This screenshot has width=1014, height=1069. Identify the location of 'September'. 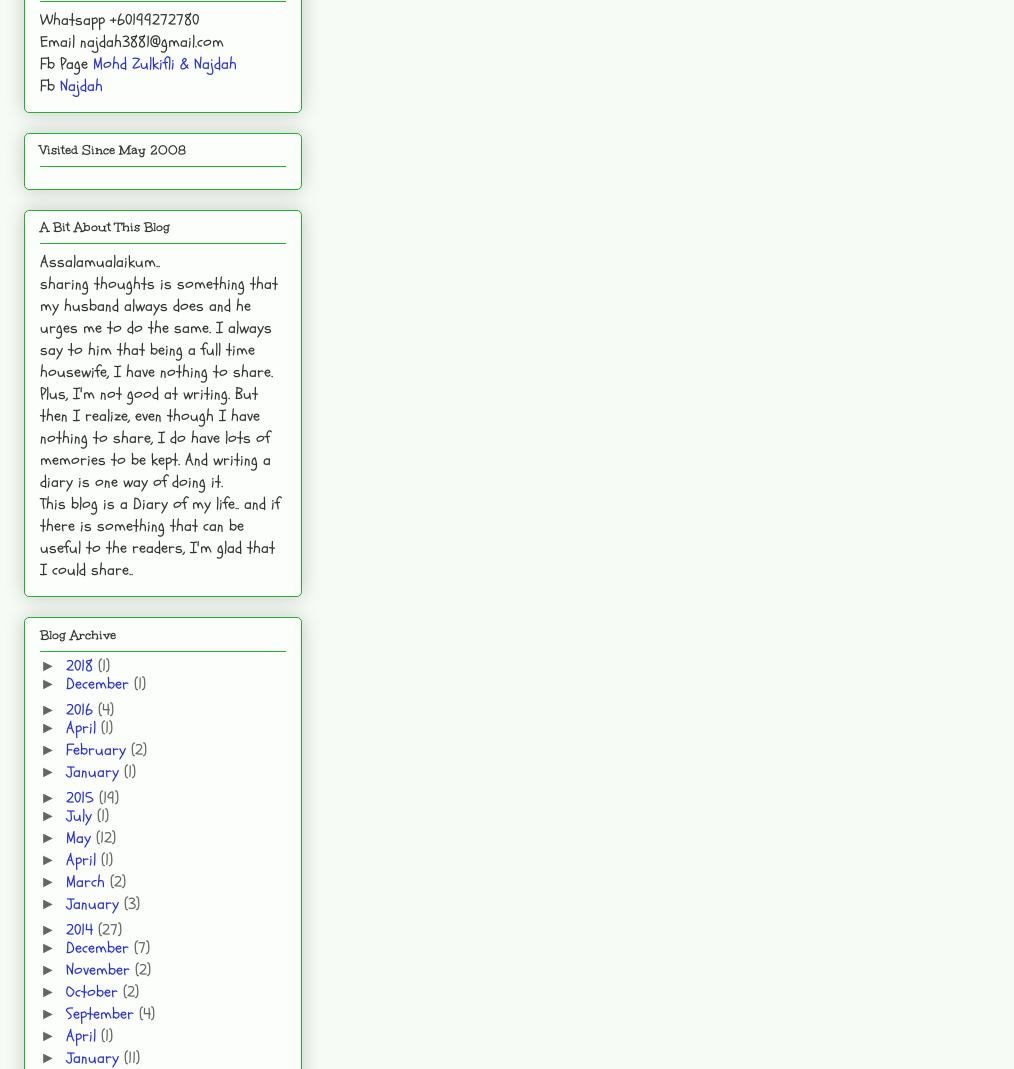
(101, 1012).